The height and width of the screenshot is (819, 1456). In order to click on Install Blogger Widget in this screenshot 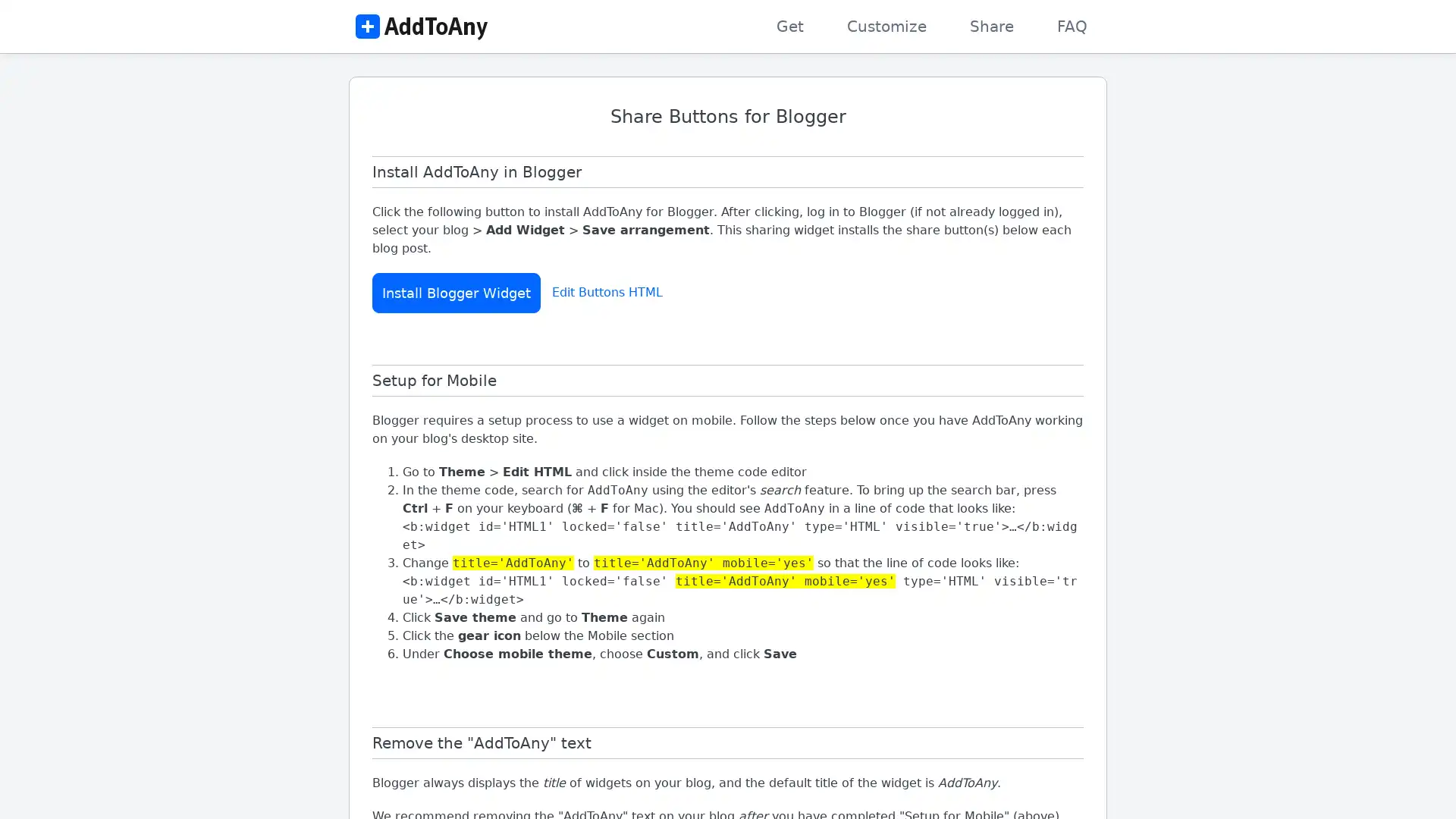, I will do `click(455, 293)`.